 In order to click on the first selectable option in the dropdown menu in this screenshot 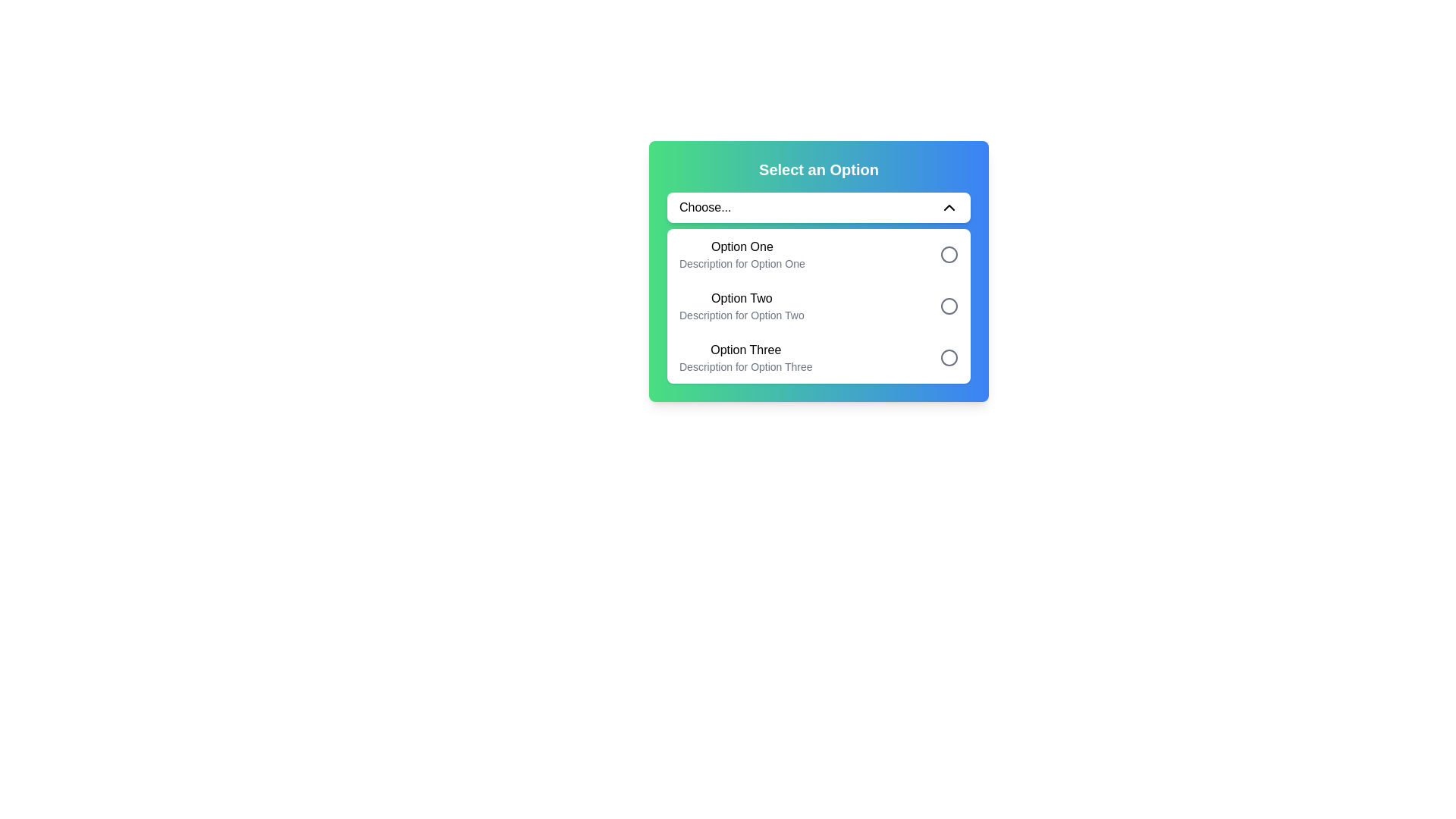, I will do `click(742, 253)`.